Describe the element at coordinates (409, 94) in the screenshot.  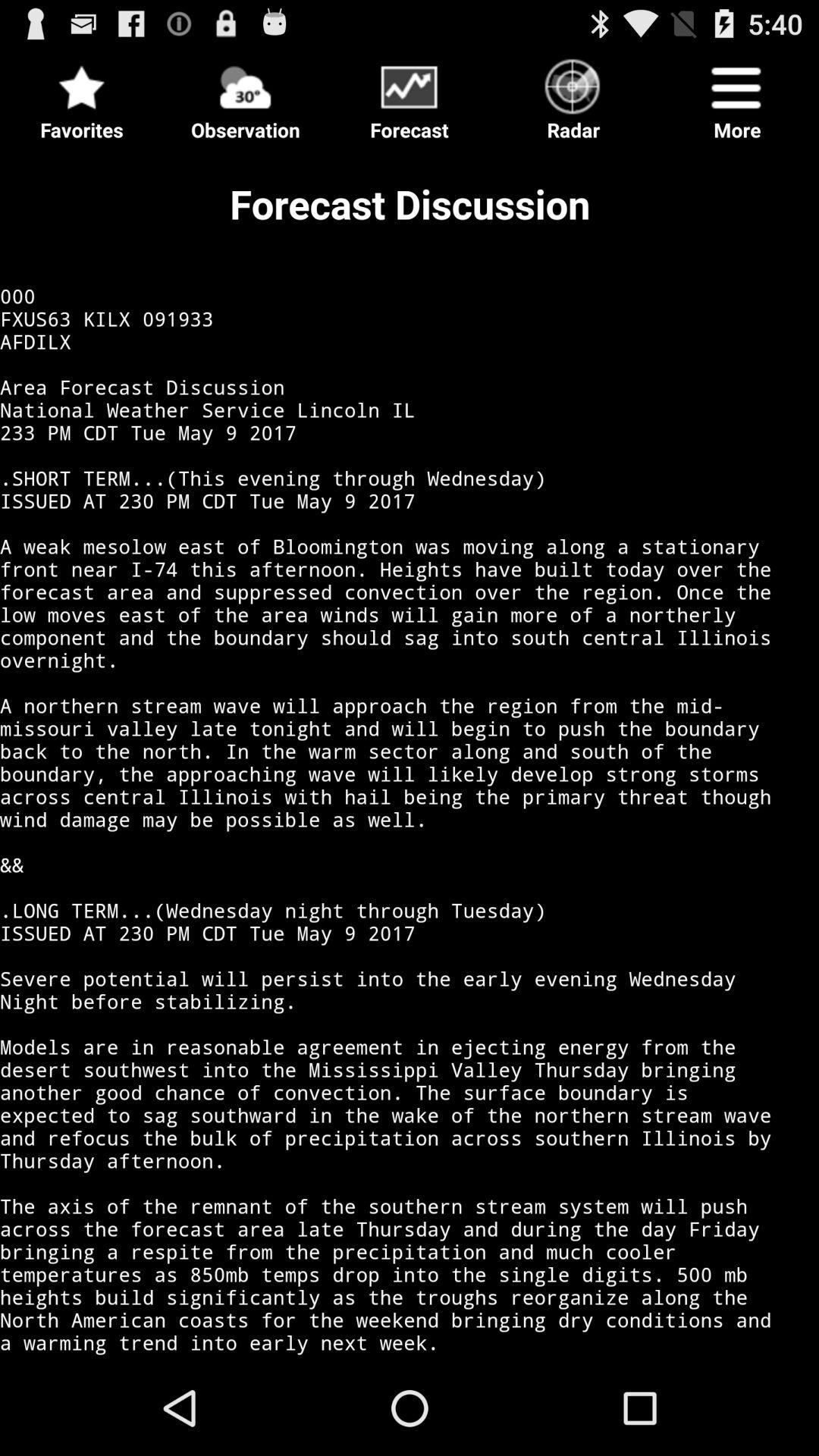
I see `button to the left of radar item` at that location.